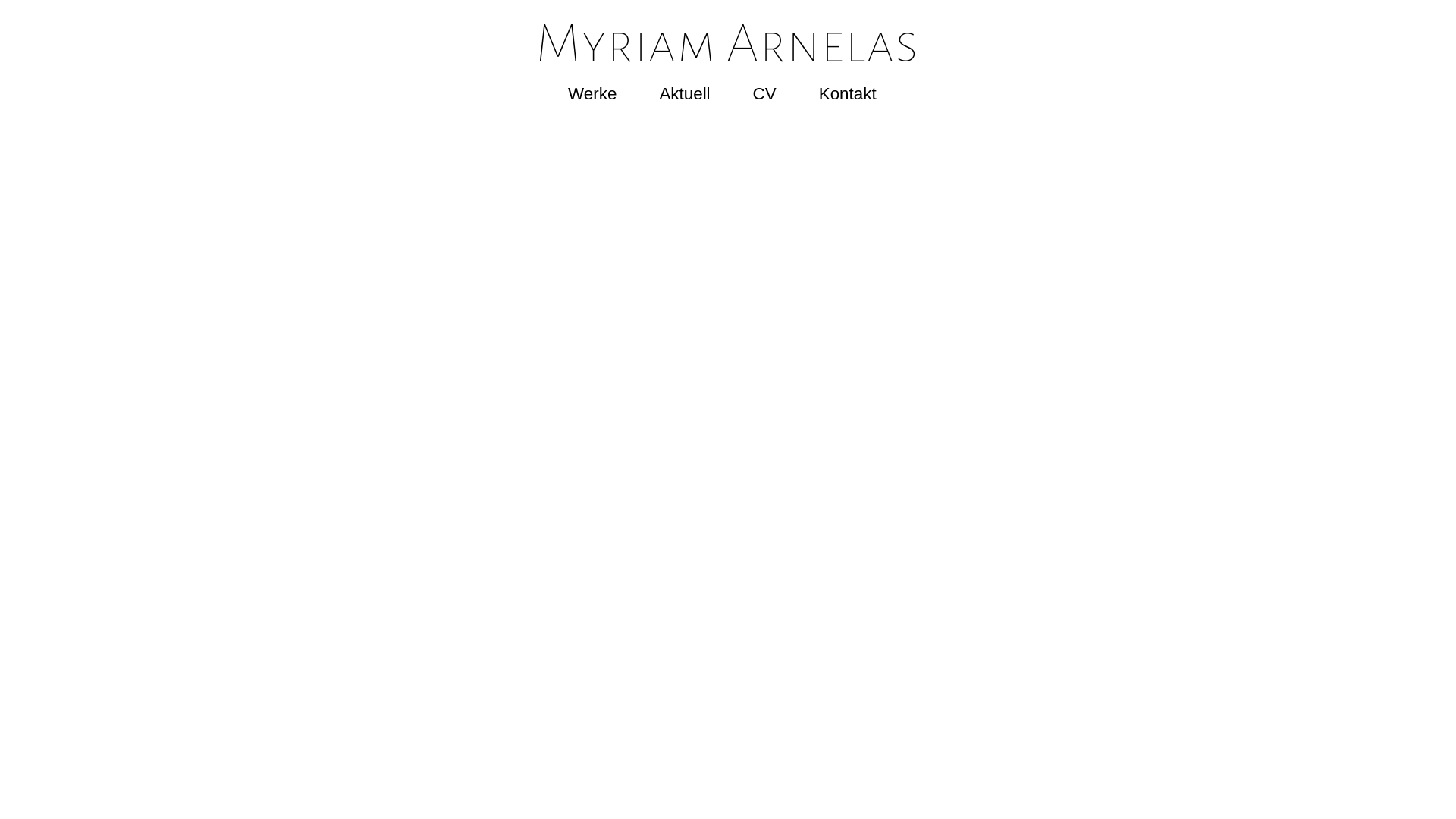 Image resolution: width=1456 pixels, height=819 pixels. I want to click on 'Kontakt', so click(847, 93).